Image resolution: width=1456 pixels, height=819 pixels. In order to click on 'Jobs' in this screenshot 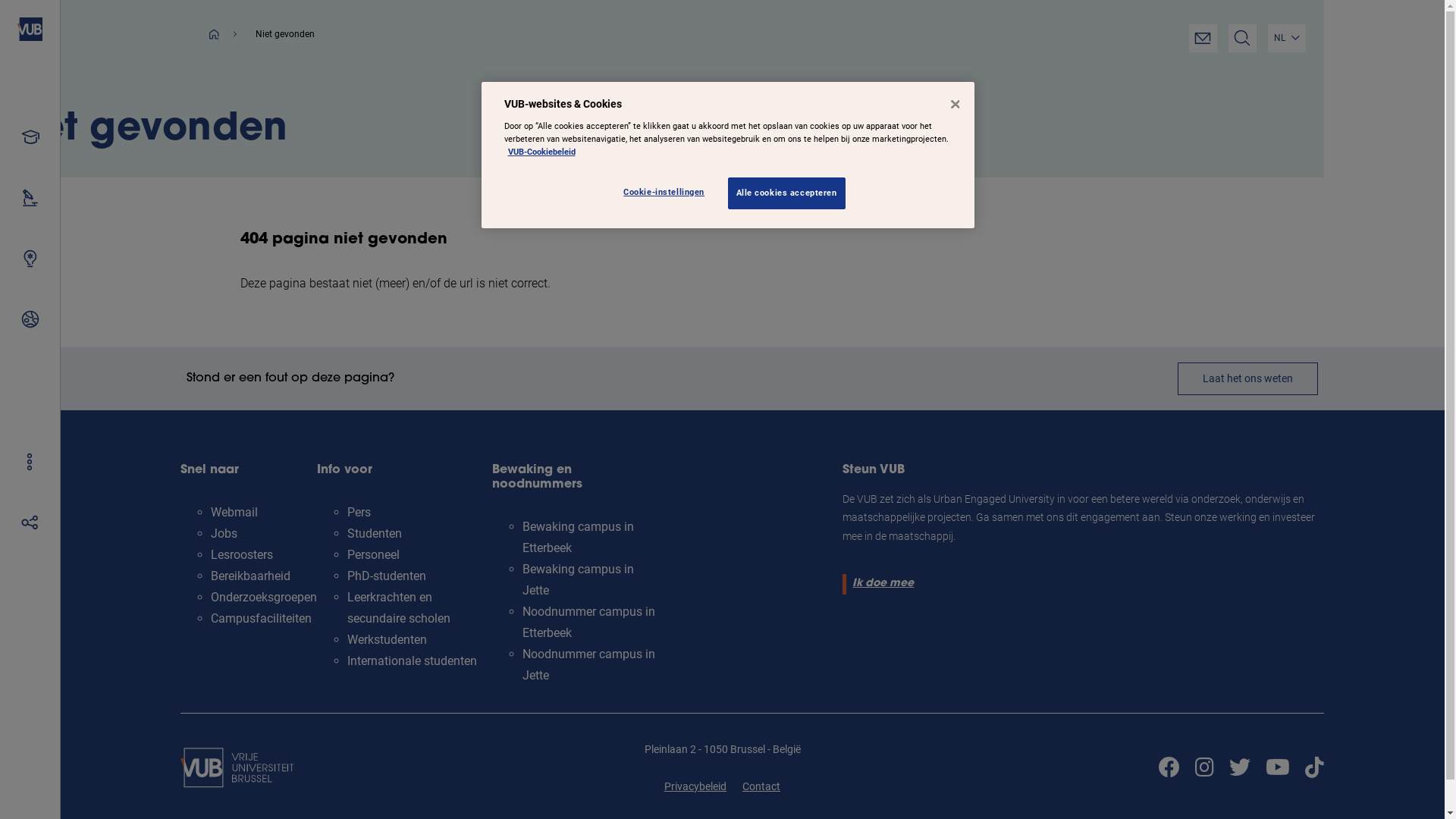, I will do `click(223, 532)`.